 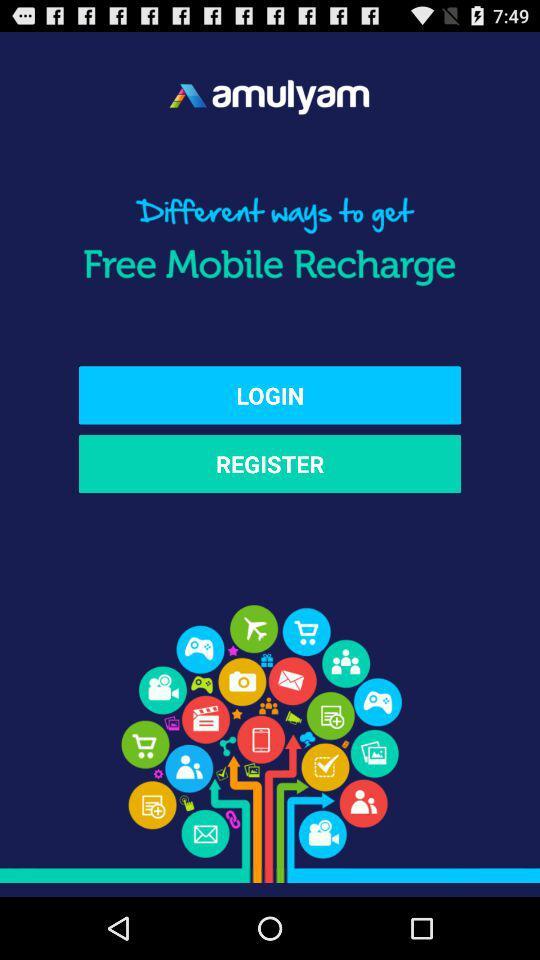 What do you see at coordinates (270, 394) in the screenshot?
I see `the icon above the register` at bounding box center [270, 394].